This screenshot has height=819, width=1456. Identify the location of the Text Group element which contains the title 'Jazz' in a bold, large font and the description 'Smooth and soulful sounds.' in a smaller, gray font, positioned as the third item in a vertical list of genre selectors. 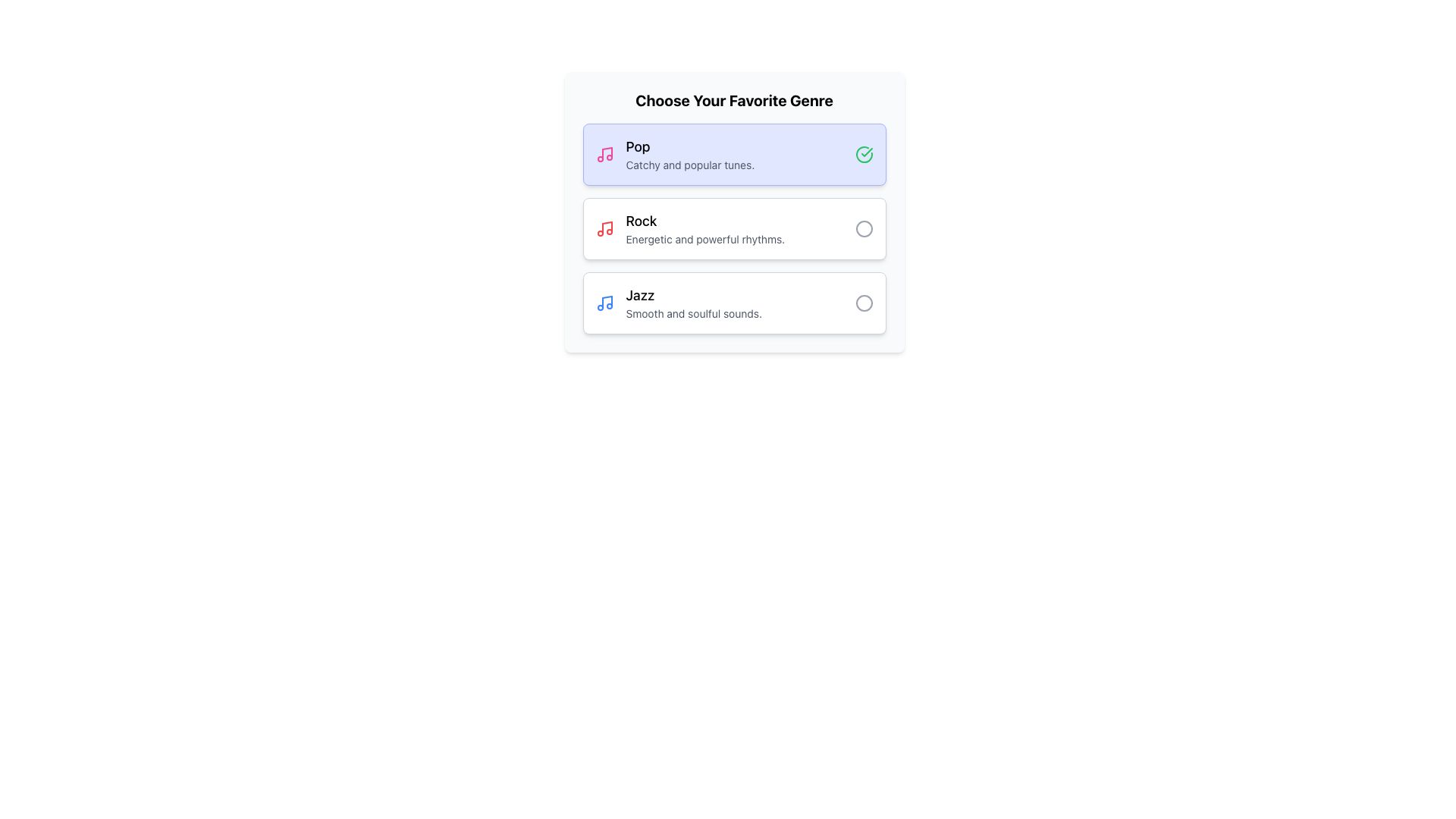
(740, 303).